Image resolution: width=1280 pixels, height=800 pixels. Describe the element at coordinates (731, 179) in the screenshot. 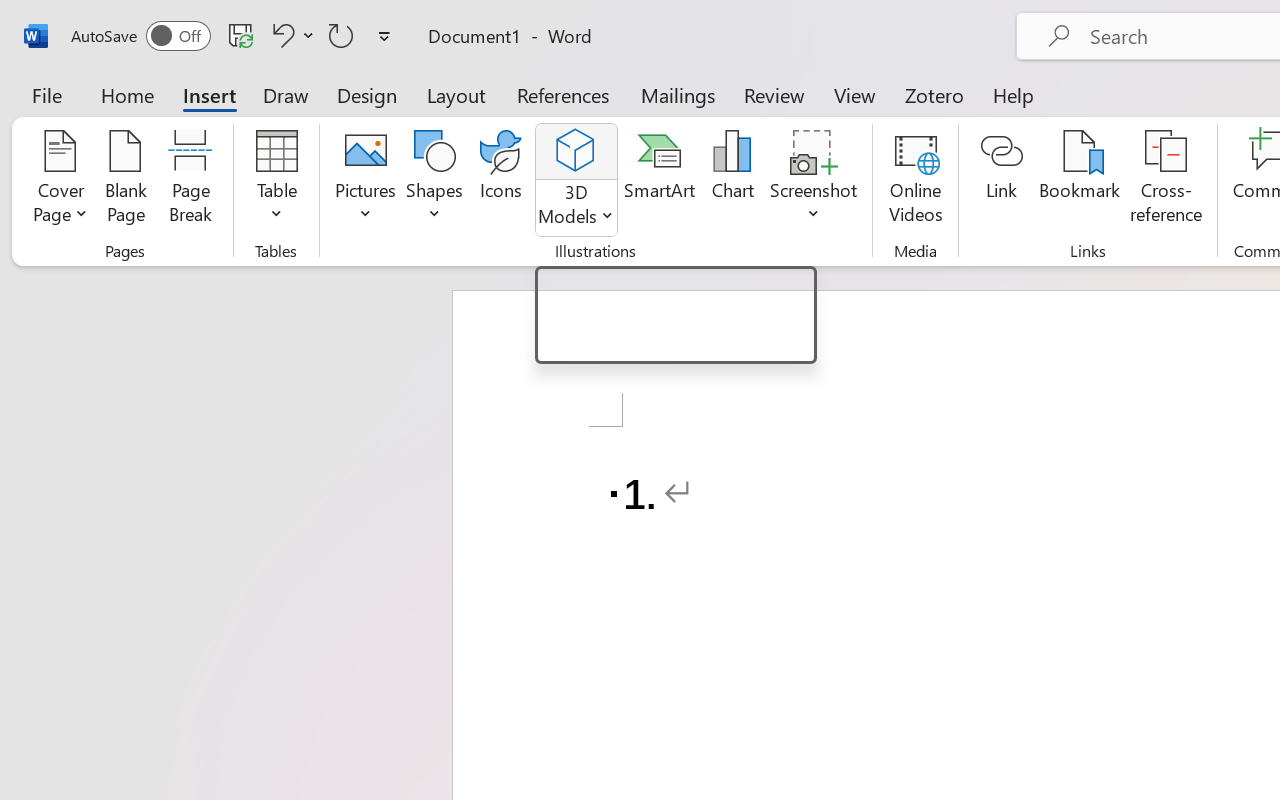

I see `'Chart...'` at that location.